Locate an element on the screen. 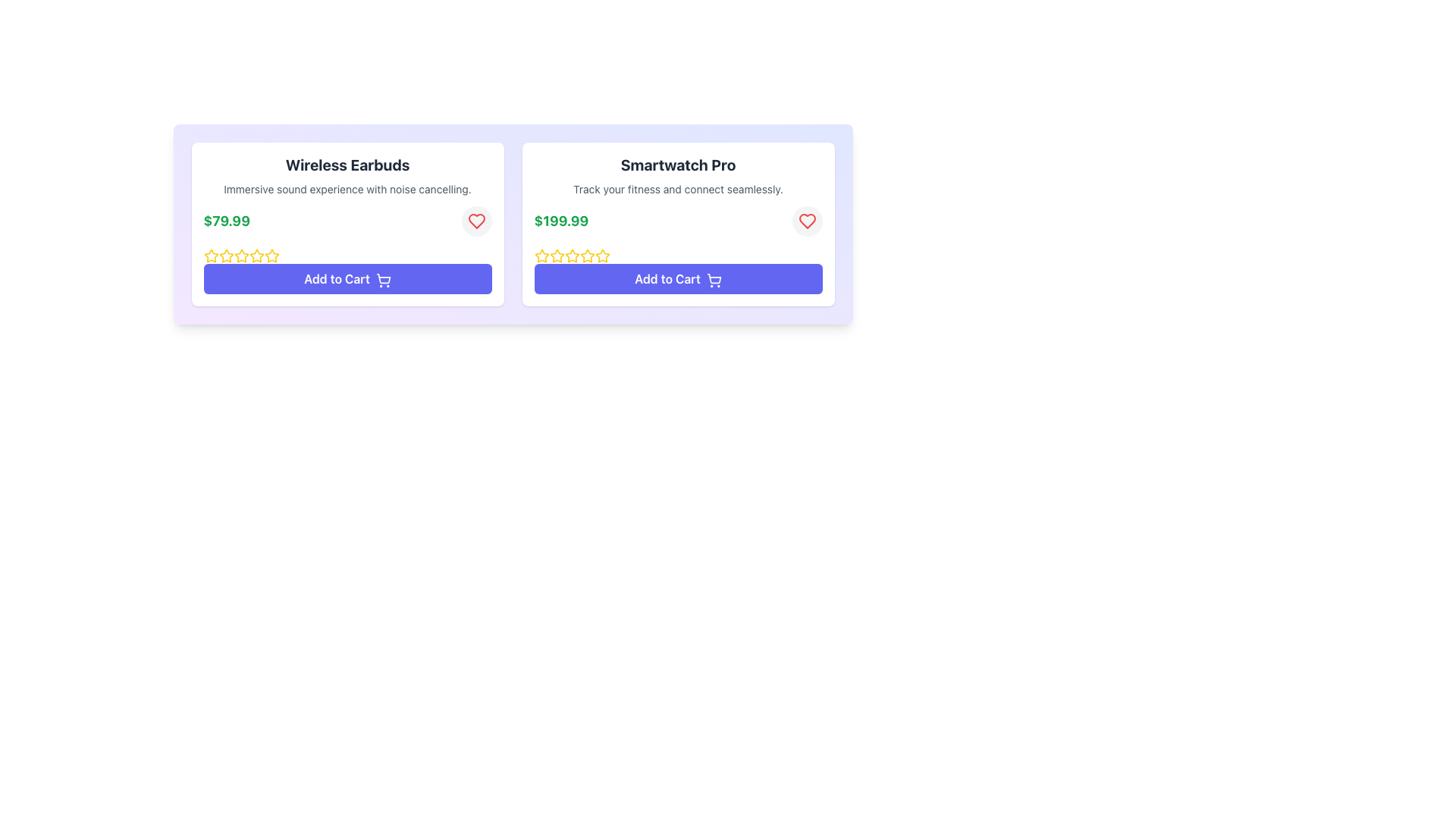 Image resolution: width=1456 pixels, height=819 pixels. the shopping cart icon embedded within the 'Add to Cart' button of the second product card for the 'Smartwatch Pro' is located at coordinates (713, 278).